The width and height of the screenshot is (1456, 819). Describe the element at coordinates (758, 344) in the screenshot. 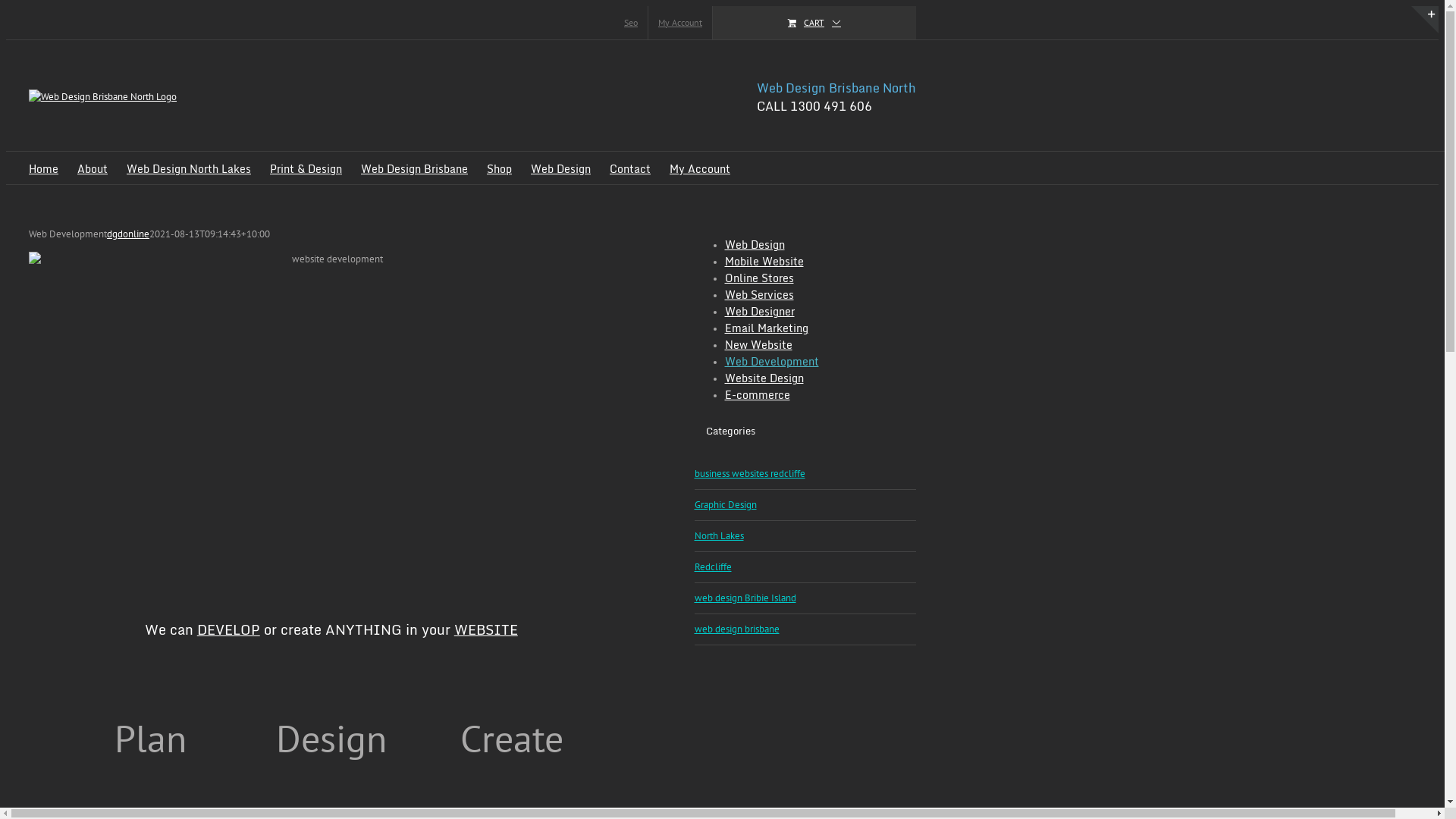

I see `'New Website'` at that location.